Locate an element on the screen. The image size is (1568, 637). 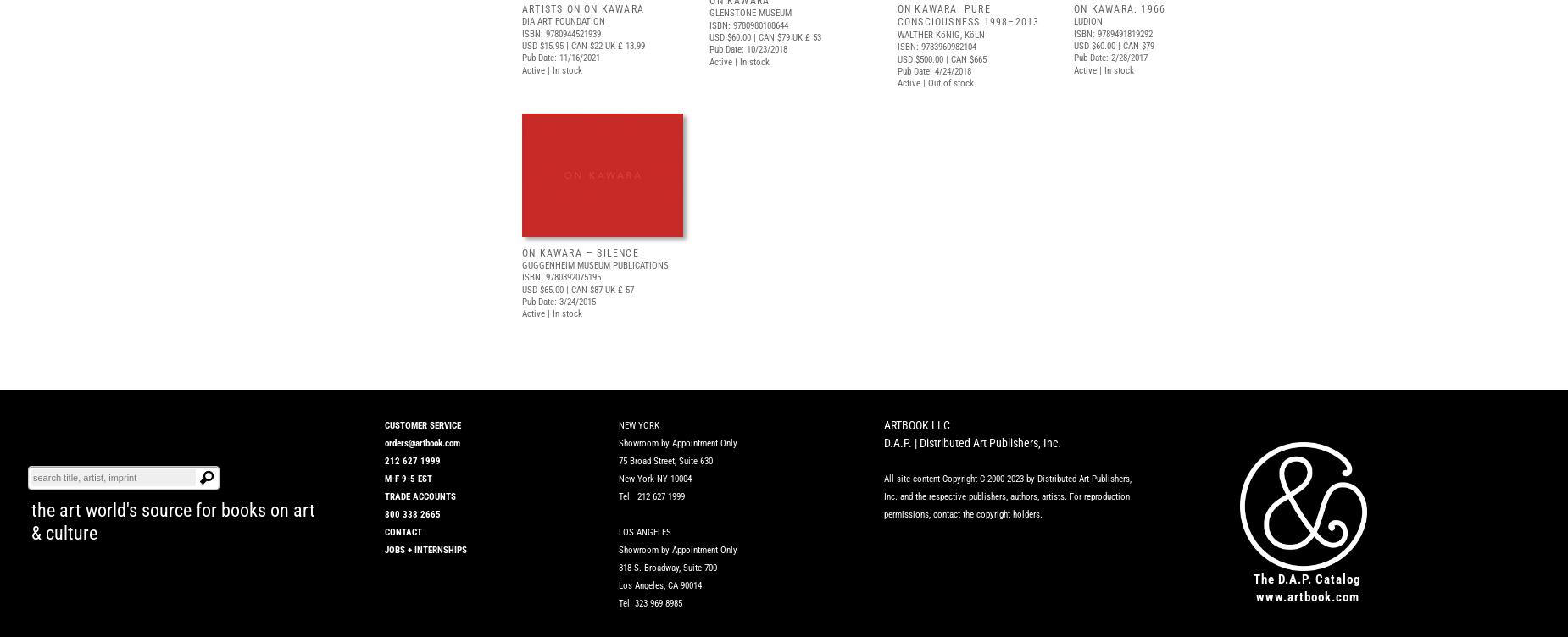
'TRADE ACCOUNTS' is located at coordinates (420, 496).